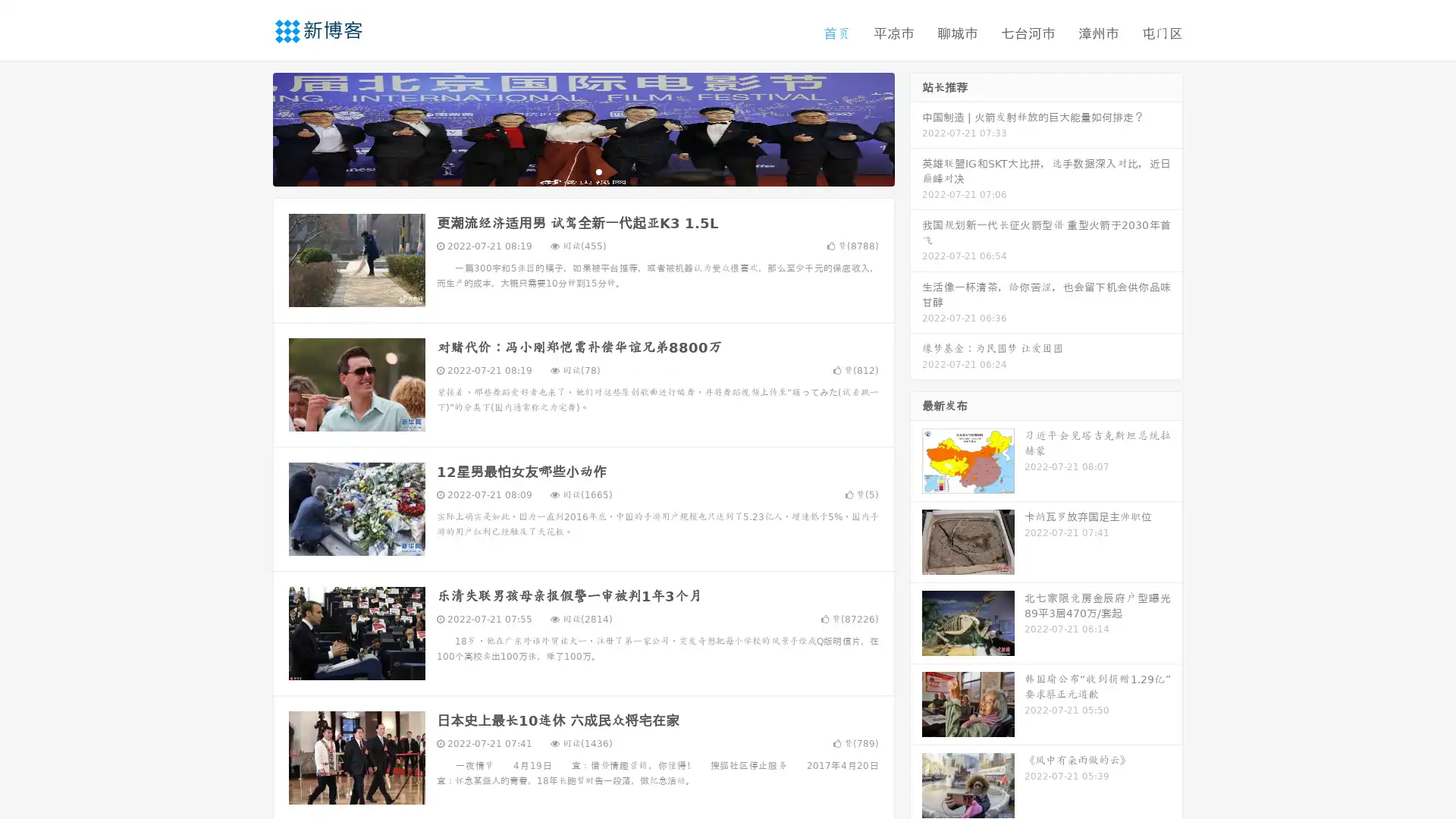 The image size is (1456, 819). I want to click on Go to slide 3, so click(598, 171).